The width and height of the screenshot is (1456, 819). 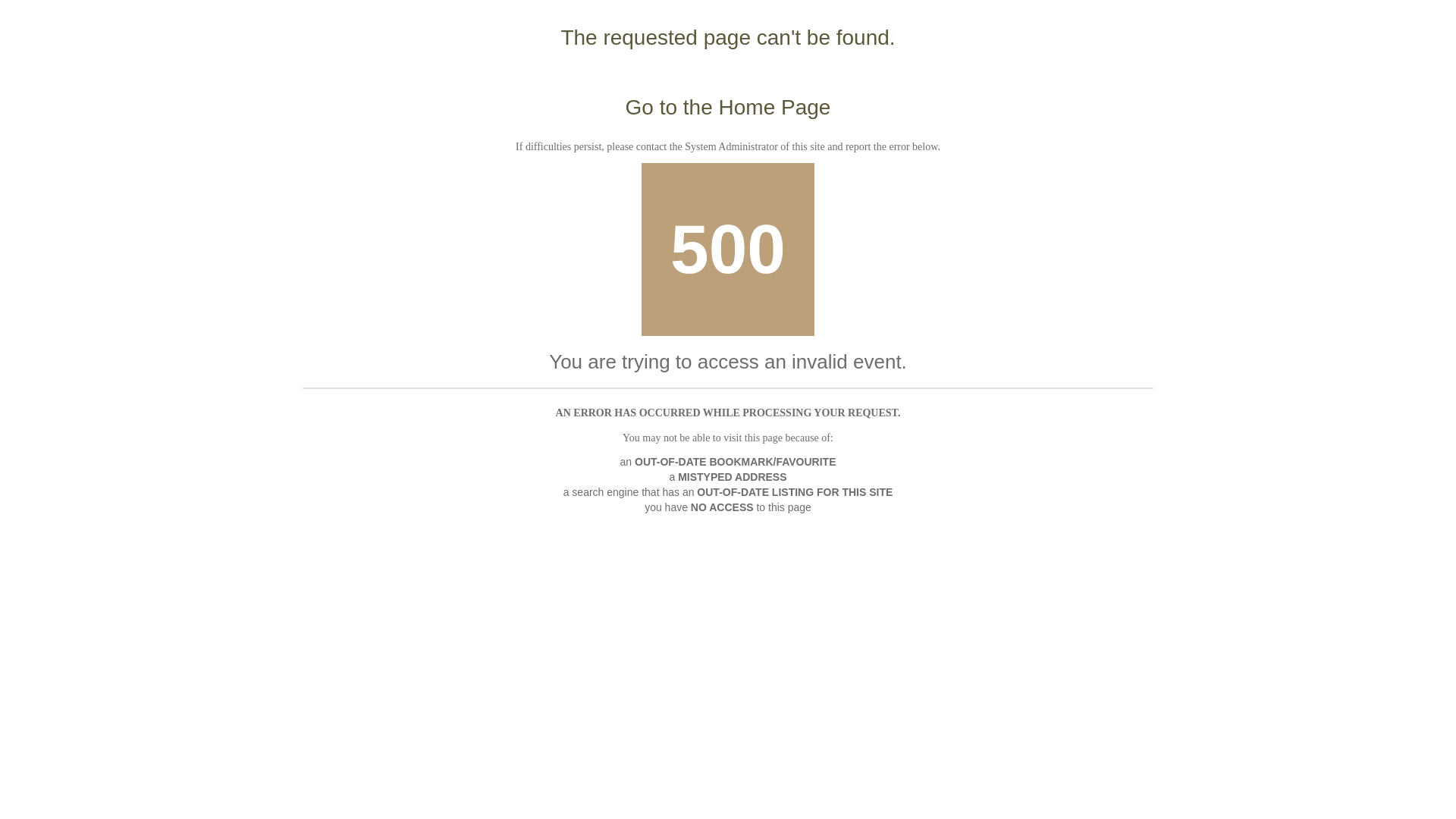 I want to click on 'Go to the Home Page', so click(x=728, y=106).